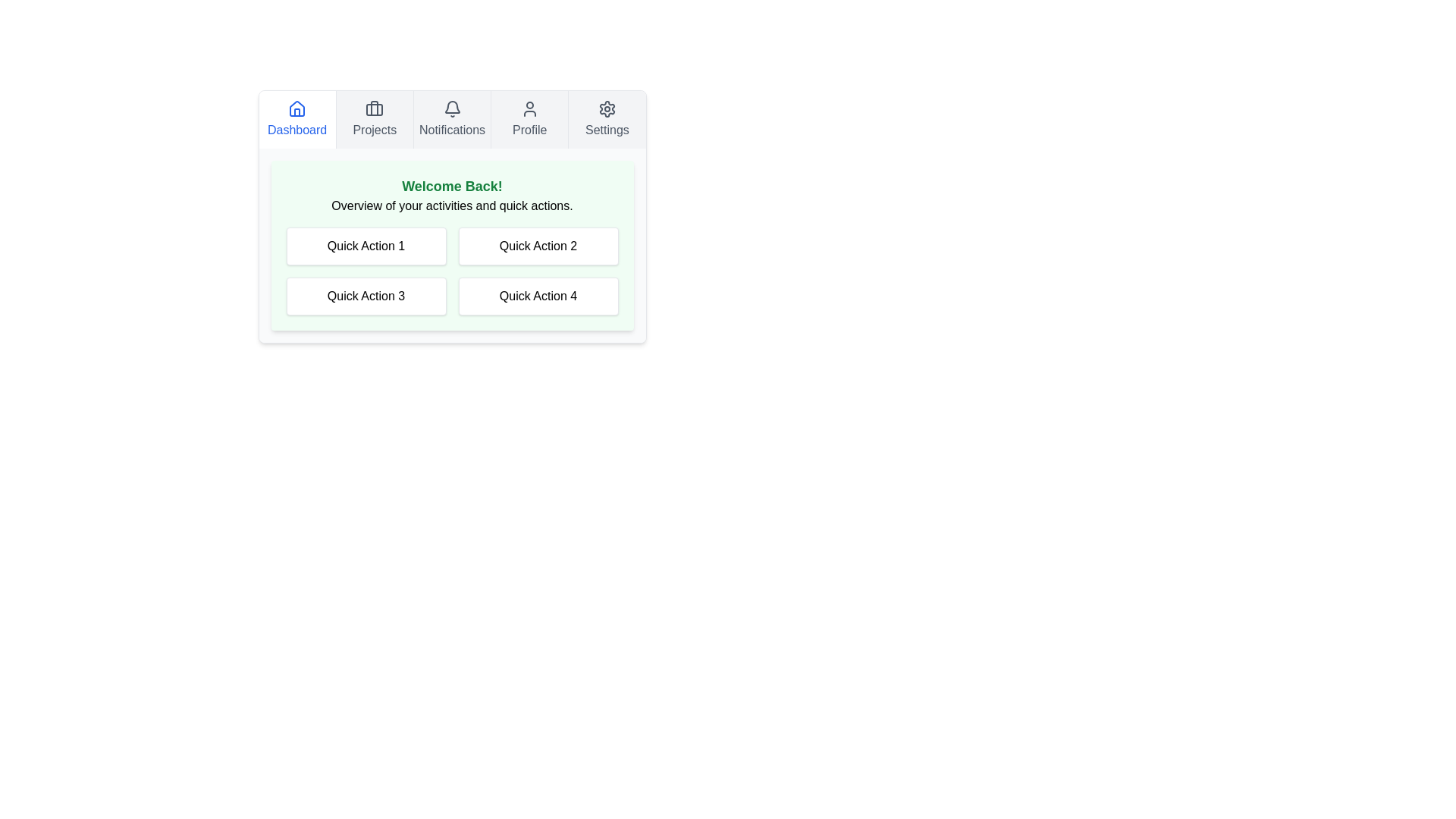  I want to click on the Navigation Button with a house icon and 'Dashboard' text, so click(297, 119).